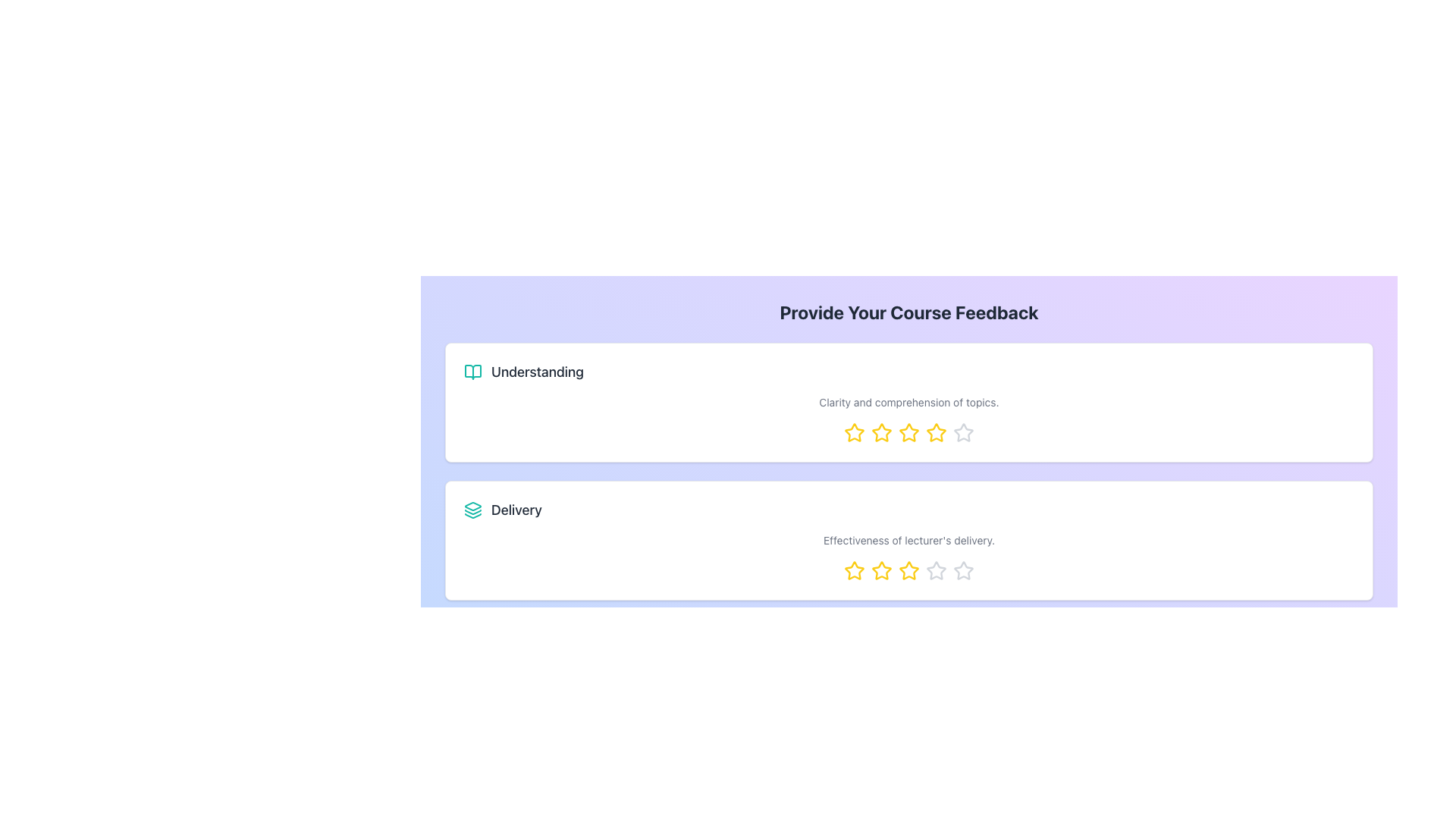 This screenshot has width=1456, height=819. I want to click on the first star in the Interactive icon (star rating) under the 'Delivery' feedback section to assign the lowest rating on the scale, so click(855, 570).